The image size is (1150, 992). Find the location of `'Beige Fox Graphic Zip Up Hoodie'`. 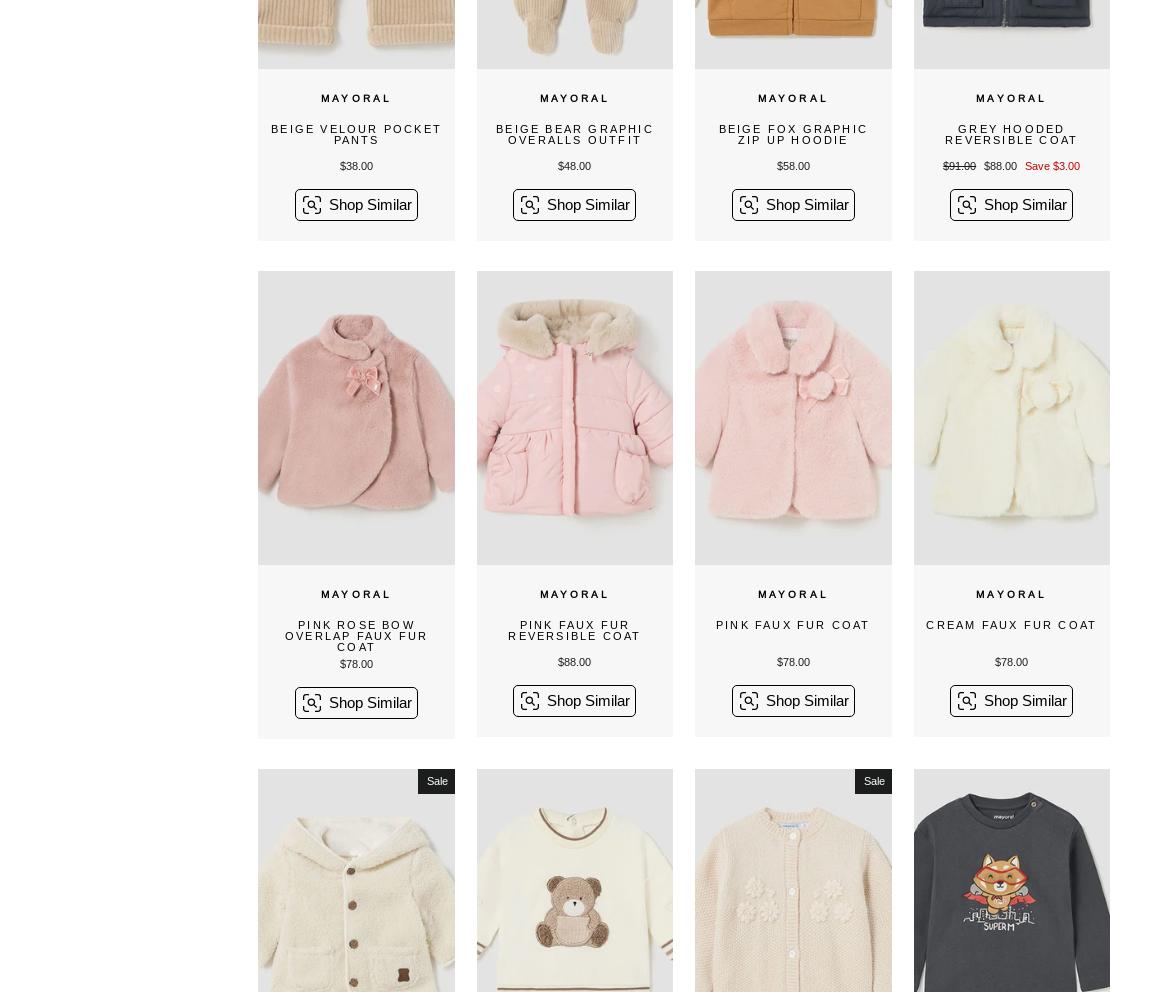

'Beige Fox Graphic Zip Up Hoodie' is located at coordinates (792, 133).